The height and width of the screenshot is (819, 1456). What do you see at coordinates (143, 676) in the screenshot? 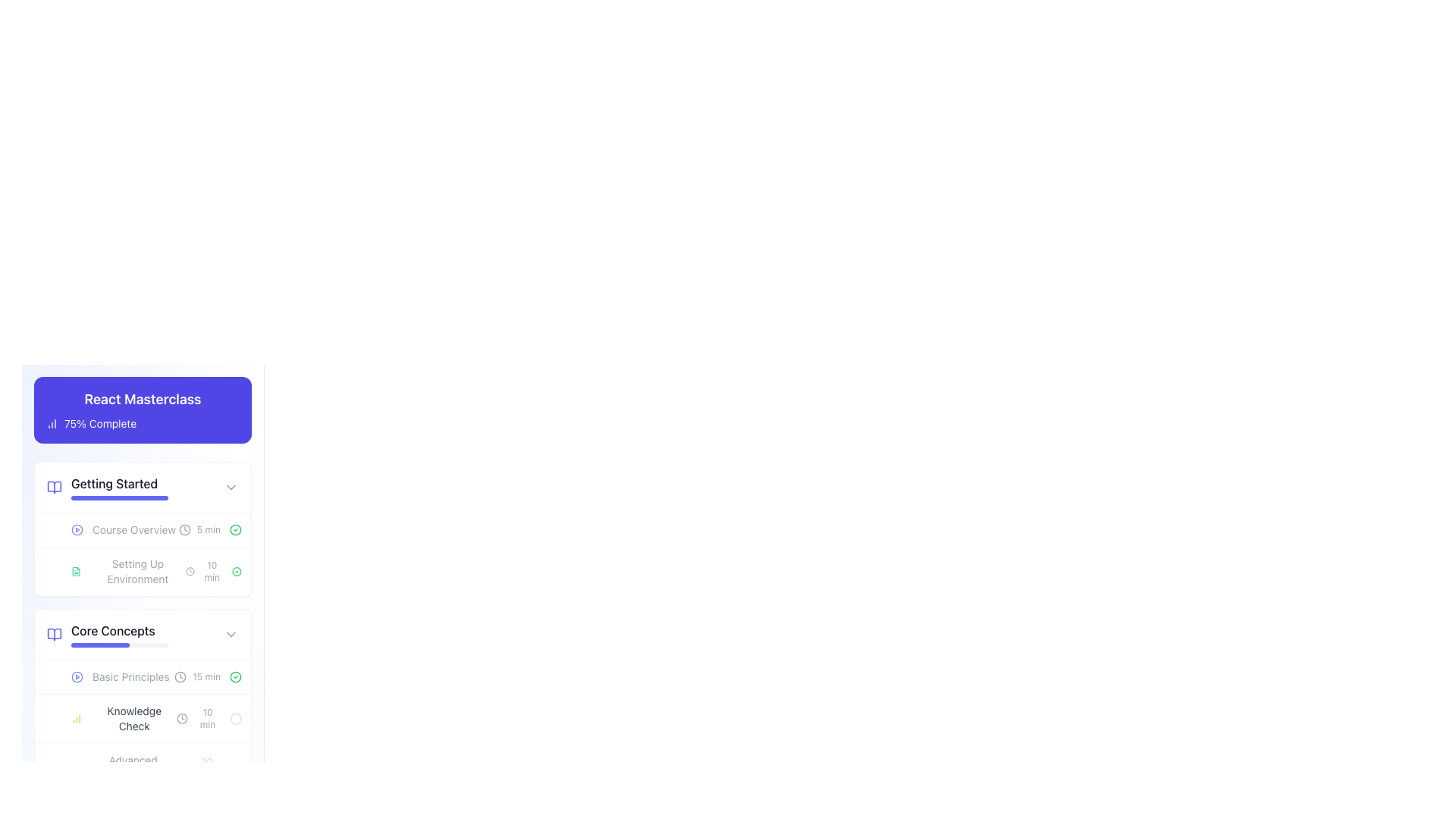
I see `the interactive list item labeled 'Basic Principles'` at bounding box center [143, 676].